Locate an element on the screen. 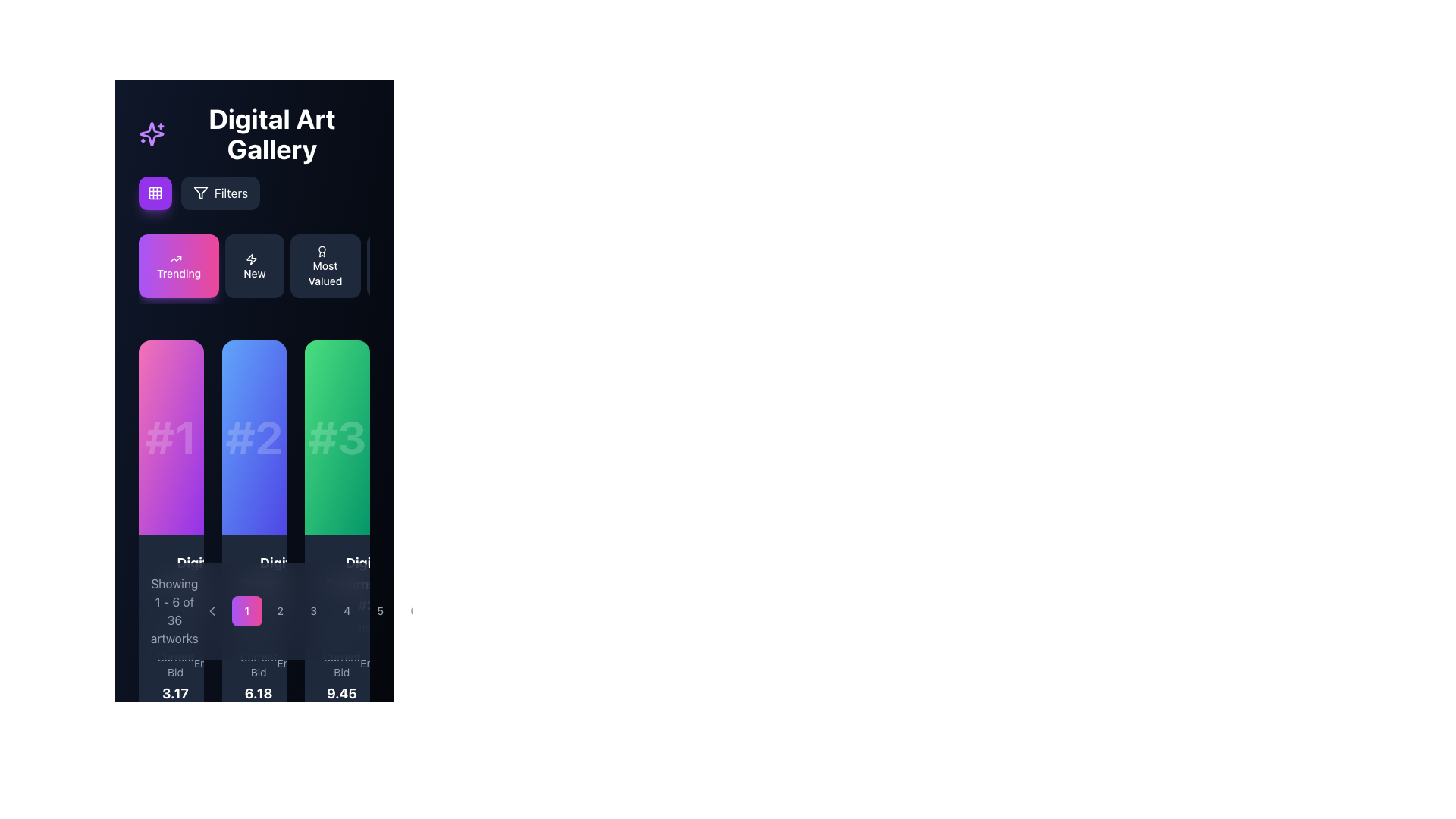 This screenshot has height=819, width=1456. the 'New' button, the second button is located at coordinates (254, 268).